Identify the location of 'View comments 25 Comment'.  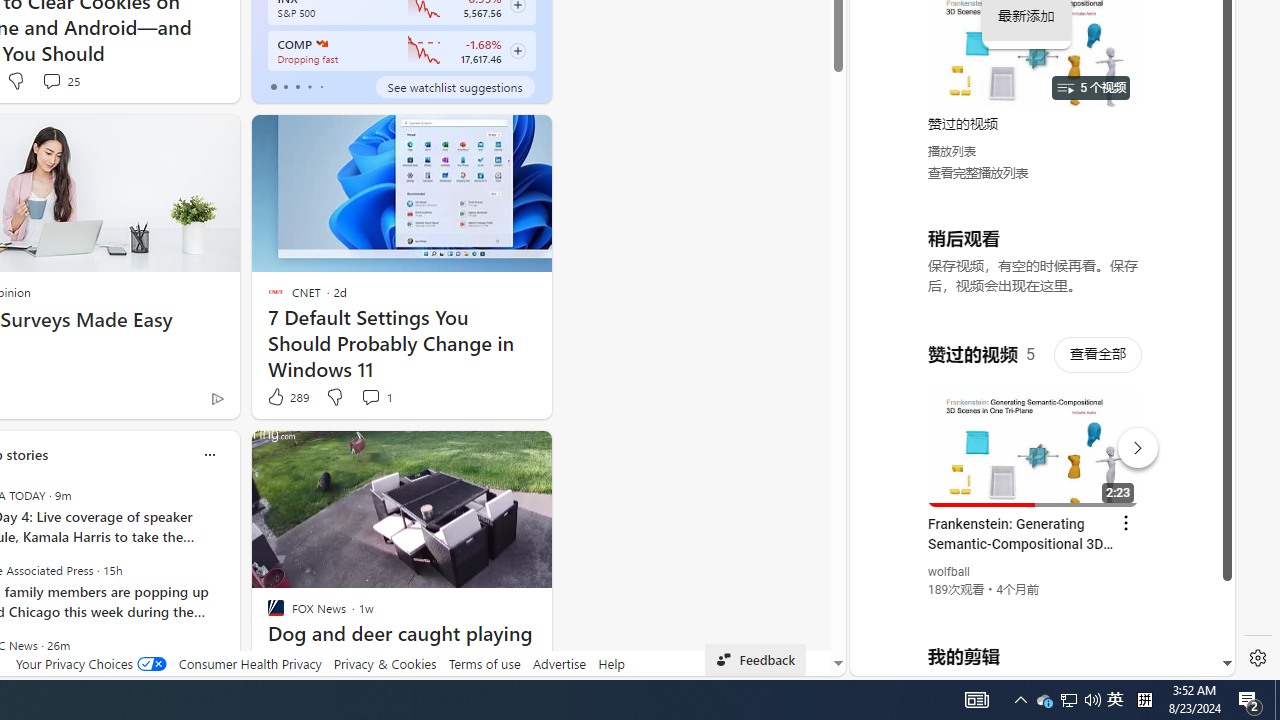
(60, 80).